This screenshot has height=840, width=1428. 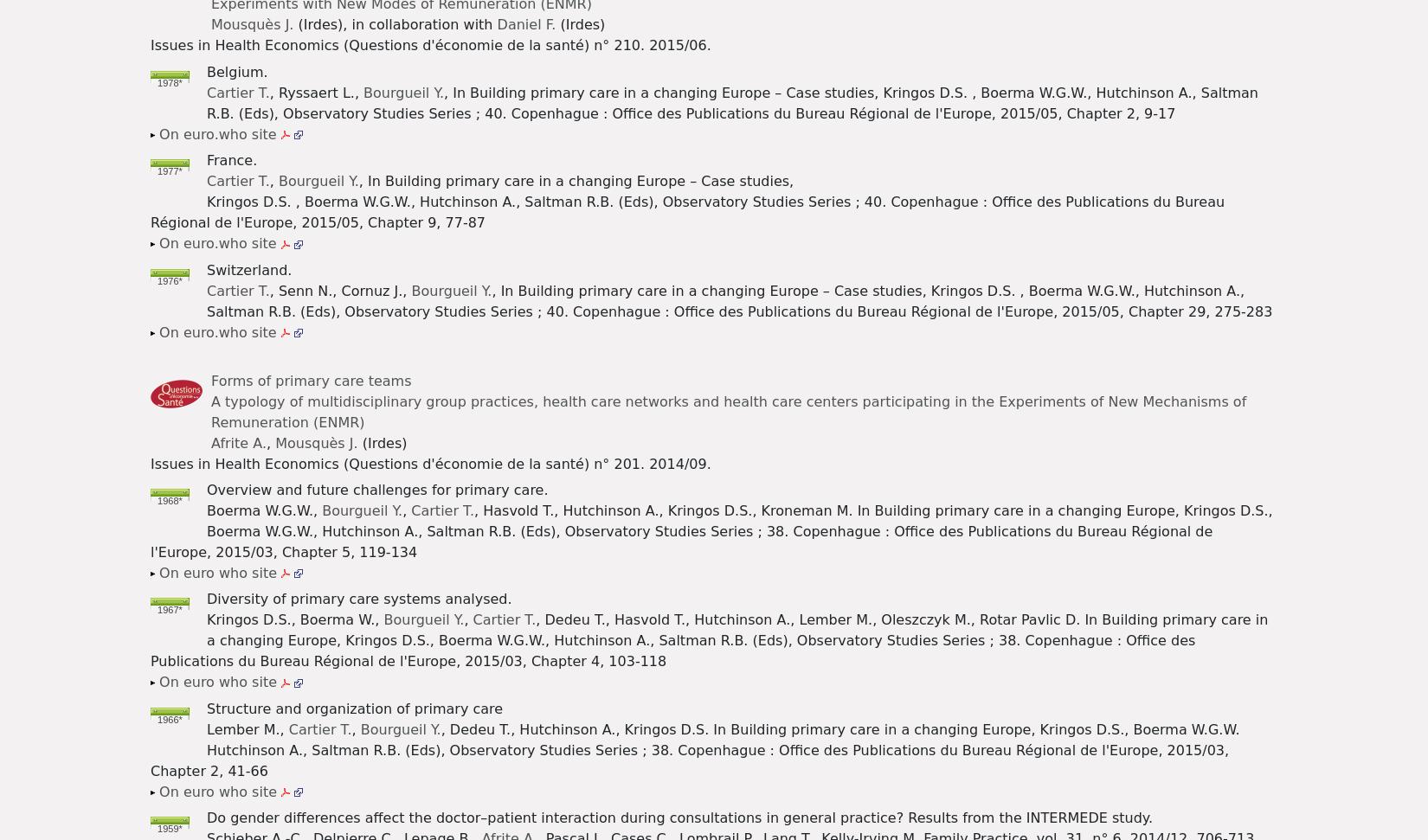 I want to click on 'Afrite A.', so click(x=1127, y=155).